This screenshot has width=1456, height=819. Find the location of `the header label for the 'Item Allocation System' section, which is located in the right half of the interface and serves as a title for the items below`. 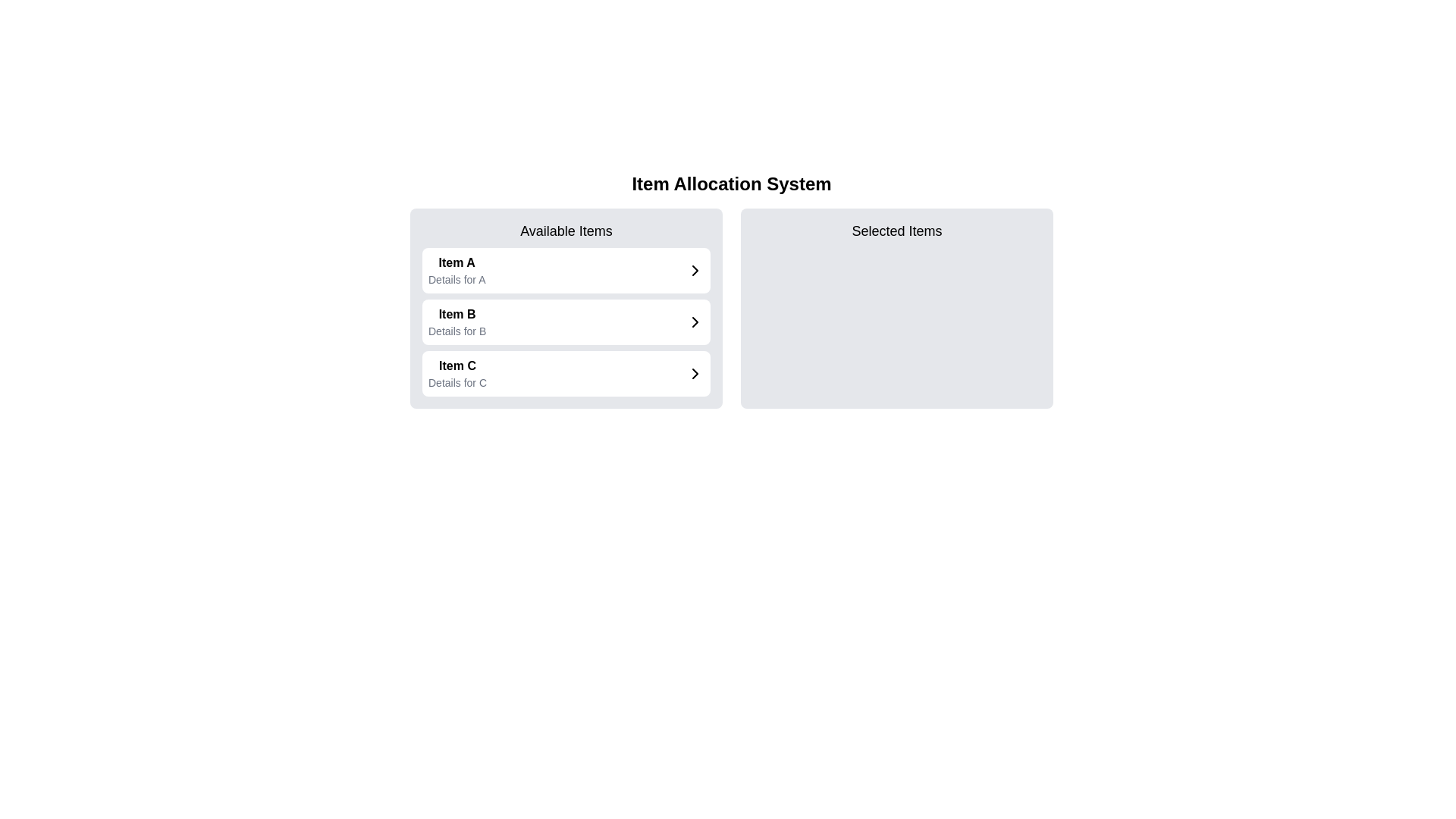

the header label for the 'Item Allocation System' section, which is located in the right half of the interface and serves as a title for the items below is located at coordinates (896, 231).